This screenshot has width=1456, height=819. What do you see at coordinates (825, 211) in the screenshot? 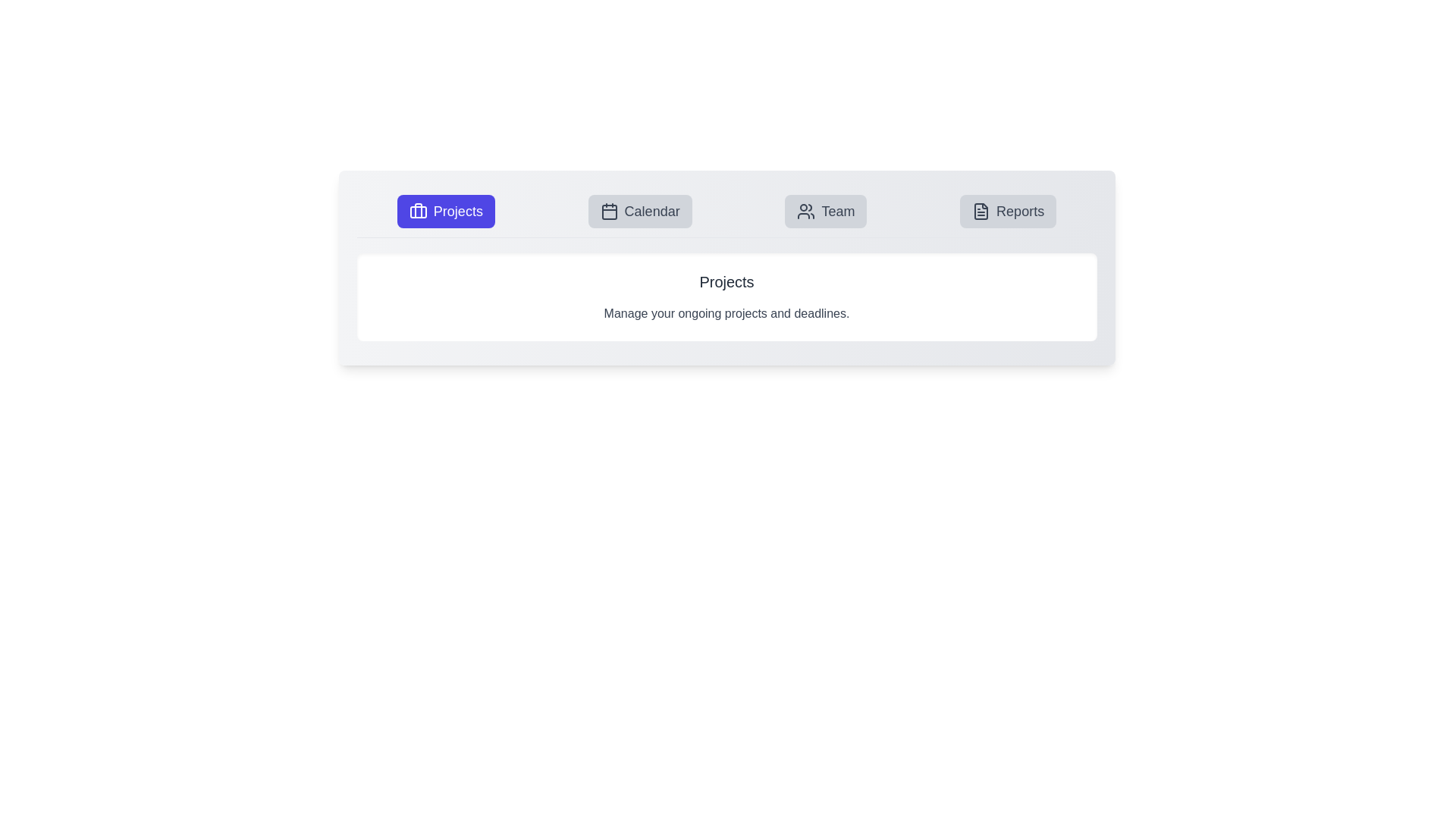
I see `the Team tab to view its content` at bounding box center [825, 211].